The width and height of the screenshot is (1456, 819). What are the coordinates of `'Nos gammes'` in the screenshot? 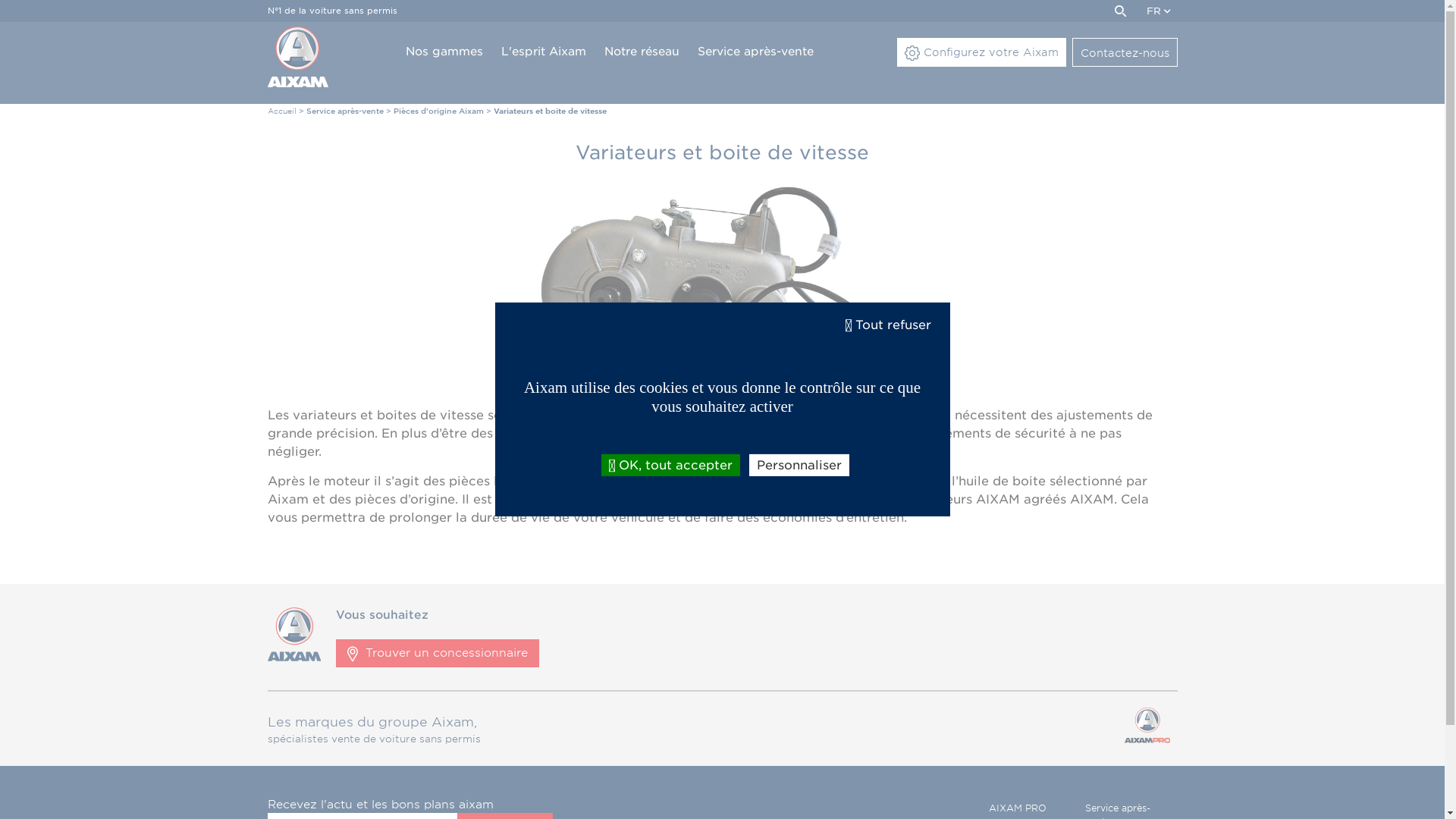 It's located at (443, 52).